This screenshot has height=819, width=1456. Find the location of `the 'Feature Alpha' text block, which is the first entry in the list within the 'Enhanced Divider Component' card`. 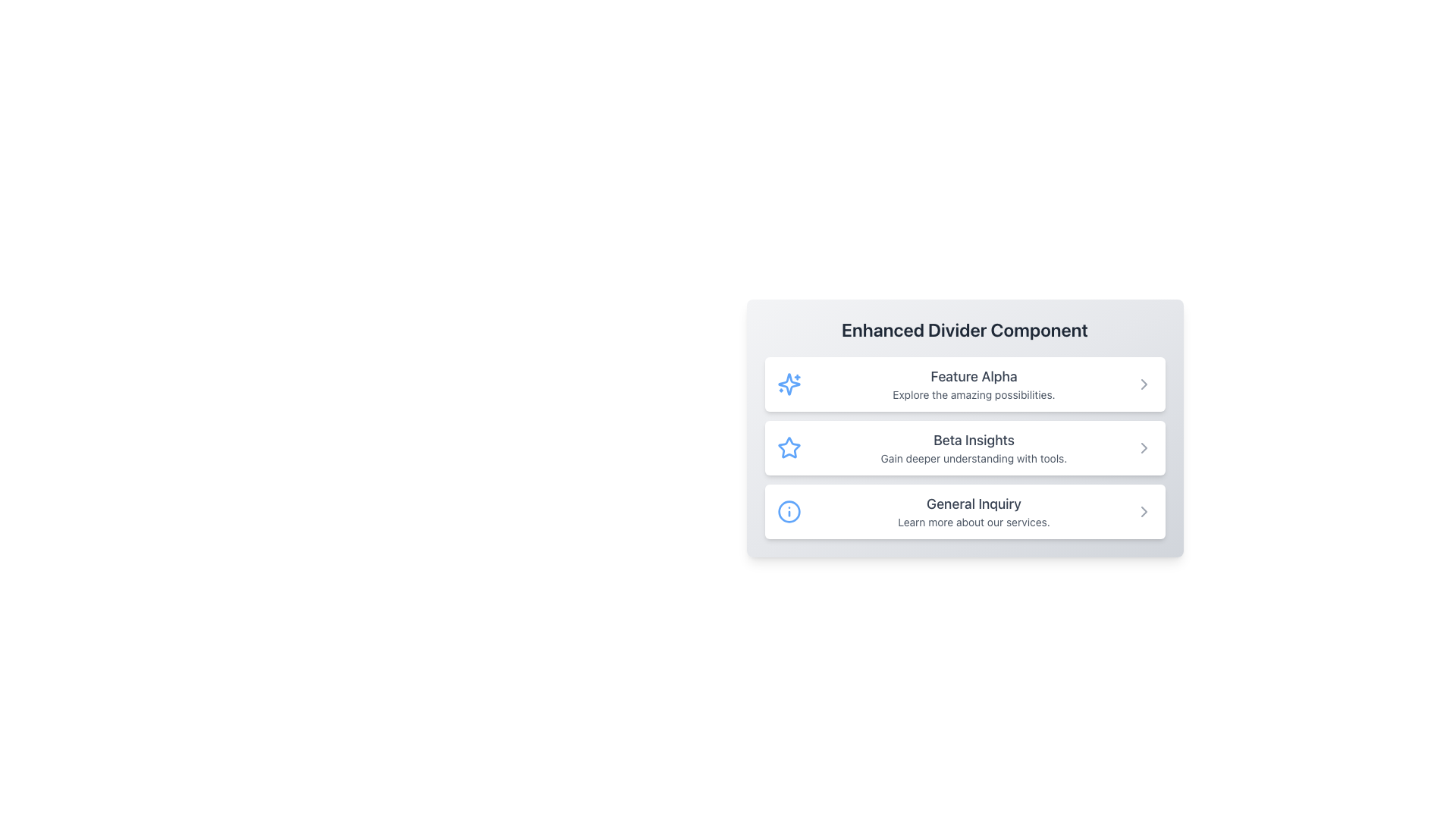

the 'Feature Alpha' text block, which is the first entry in the list within the 'Enhanced Divider Component' card is located at coordinates (974, 383).